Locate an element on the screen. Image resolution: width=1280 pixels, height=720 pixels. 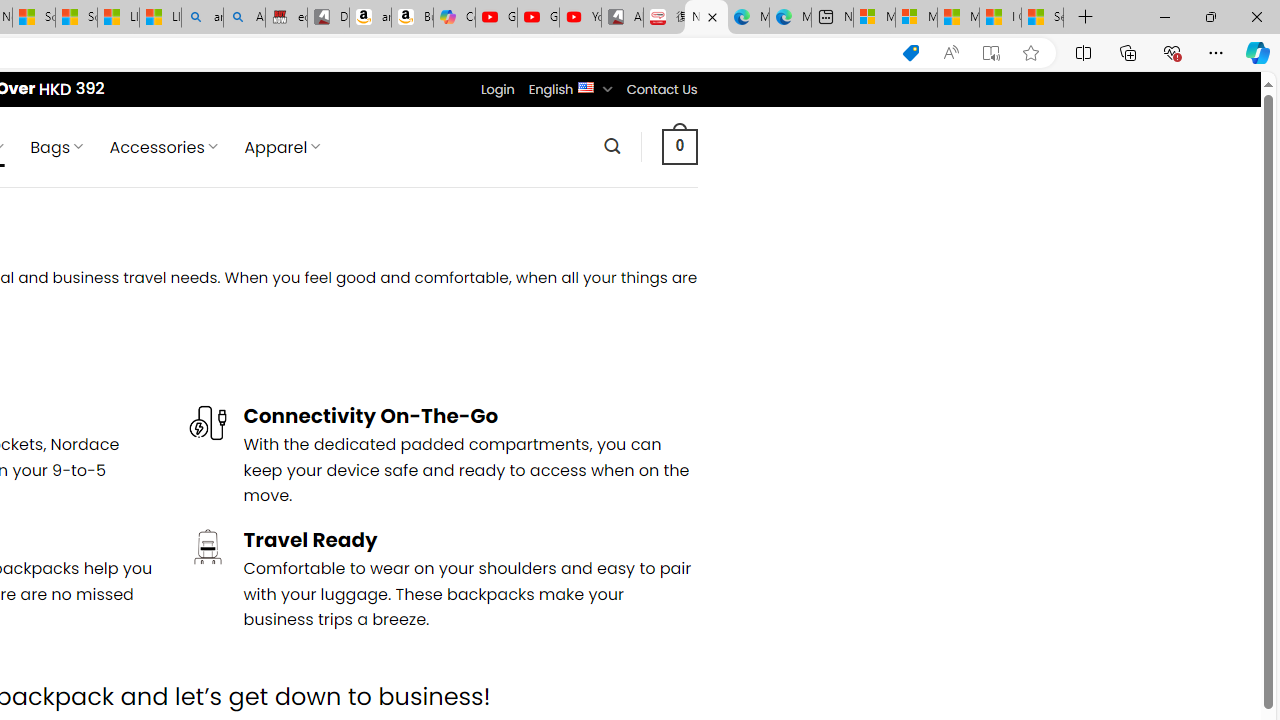
'Enter Immersive Reader (F9)' is located at coordinates (991, 52).